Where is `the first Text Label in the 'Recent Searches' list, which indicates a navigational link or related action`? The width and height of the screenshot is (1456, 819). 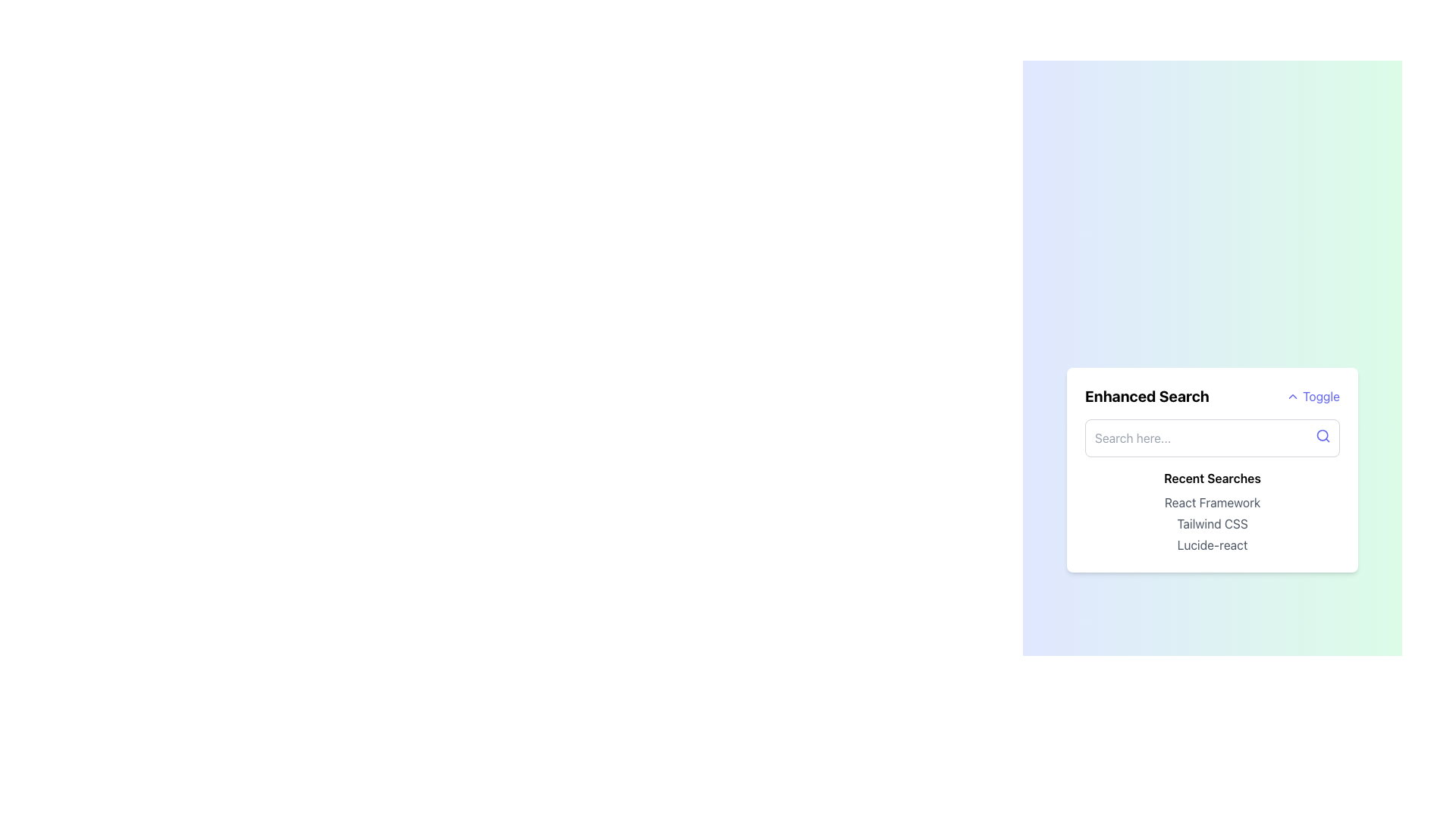
the first Text Label in the 'Recent Searches' list, which indicates a navigational link or related action is located at coordinates (1211, 503).